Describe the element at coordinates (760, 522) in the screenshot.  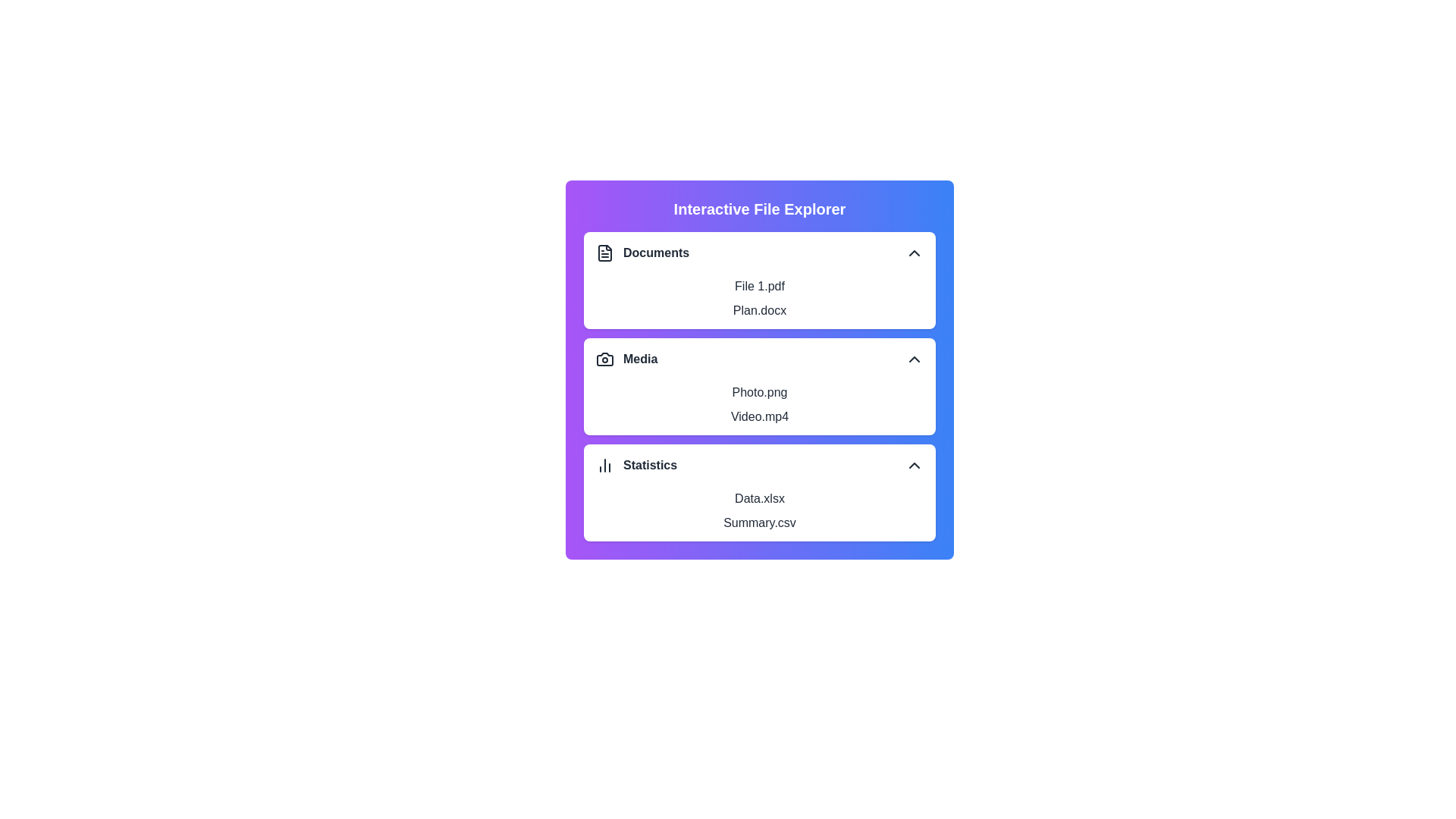
I see `the item Summary.csv from the section Statistics` at that location.